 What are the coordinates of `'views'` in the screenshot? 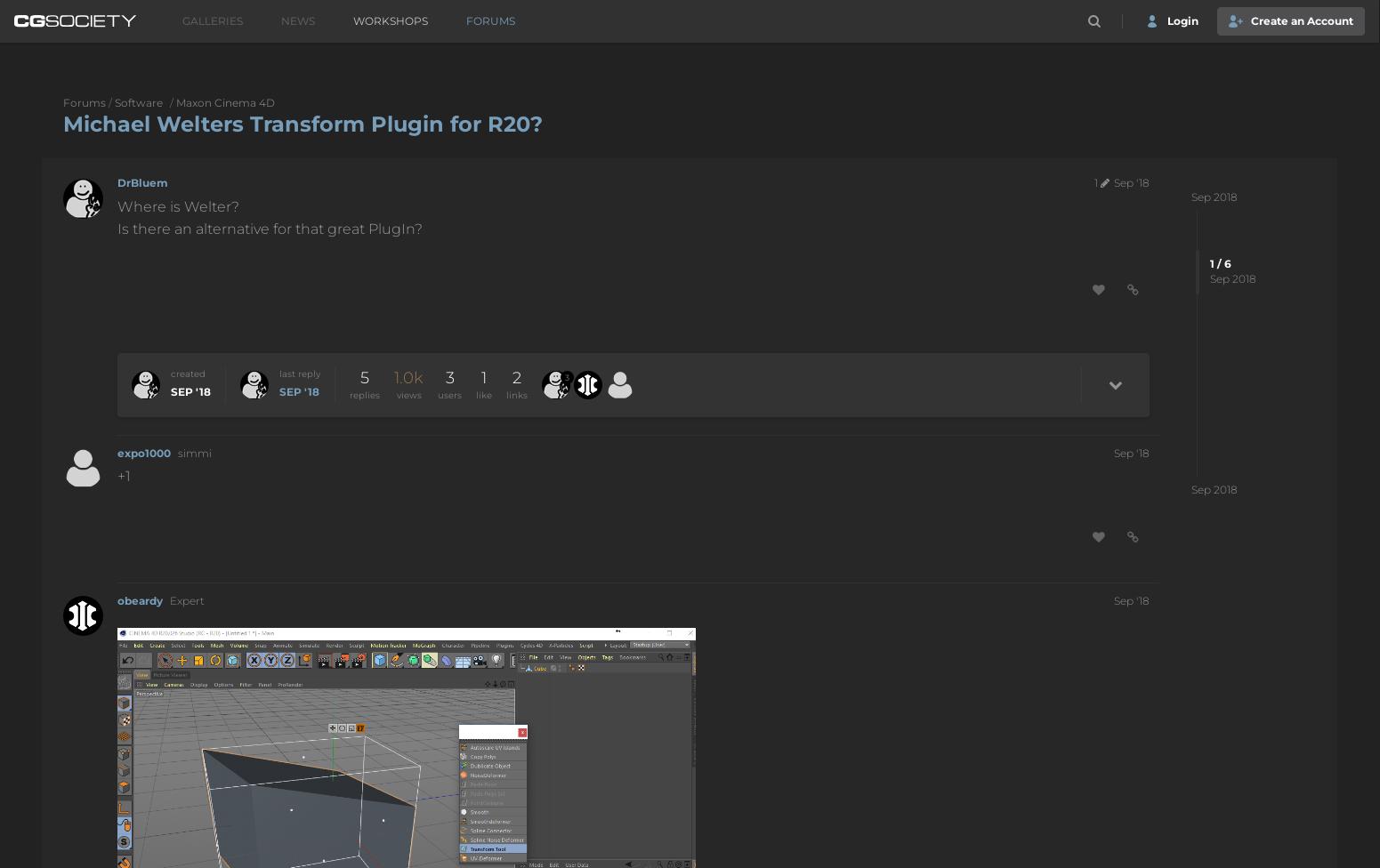 It's located at (407, 393).